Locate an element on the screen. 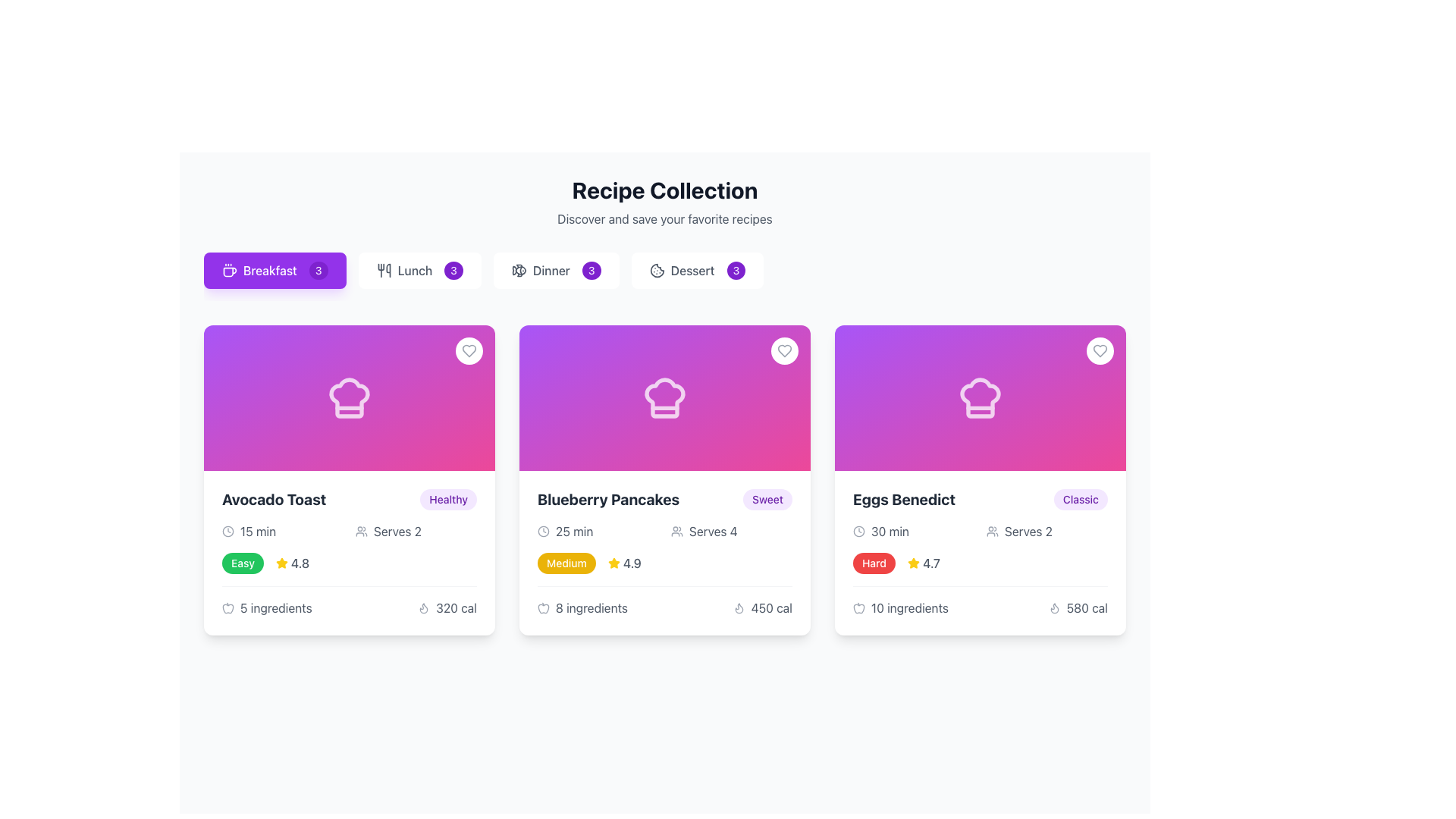 The image size is (1456, 819). text snippet displaying '10 ingredients' located on the 'Eggs Benedict' card in the 'Recipe Collection' grid, positioned above the '580 cal' text is located at coordinates (910, 607).